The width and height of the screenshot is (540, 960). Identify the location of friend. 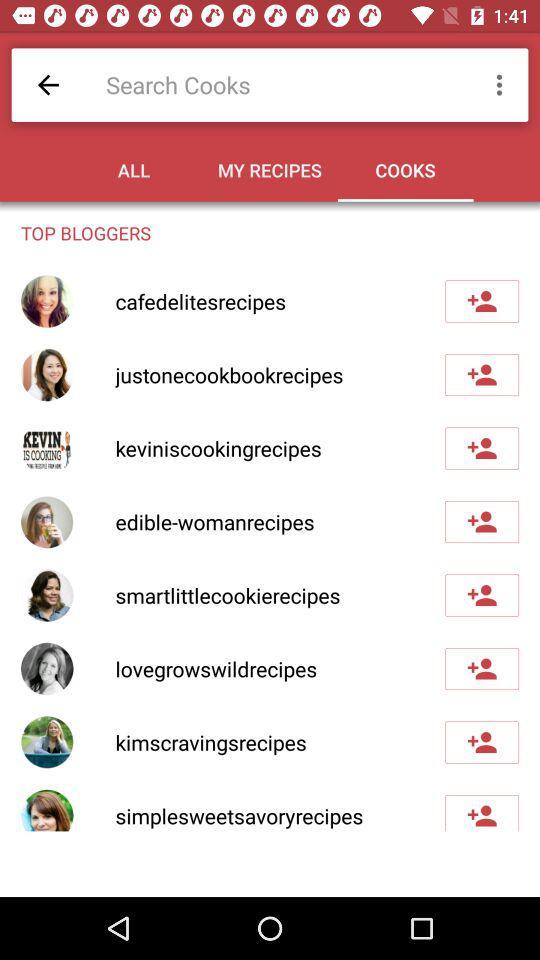
(481, 301).